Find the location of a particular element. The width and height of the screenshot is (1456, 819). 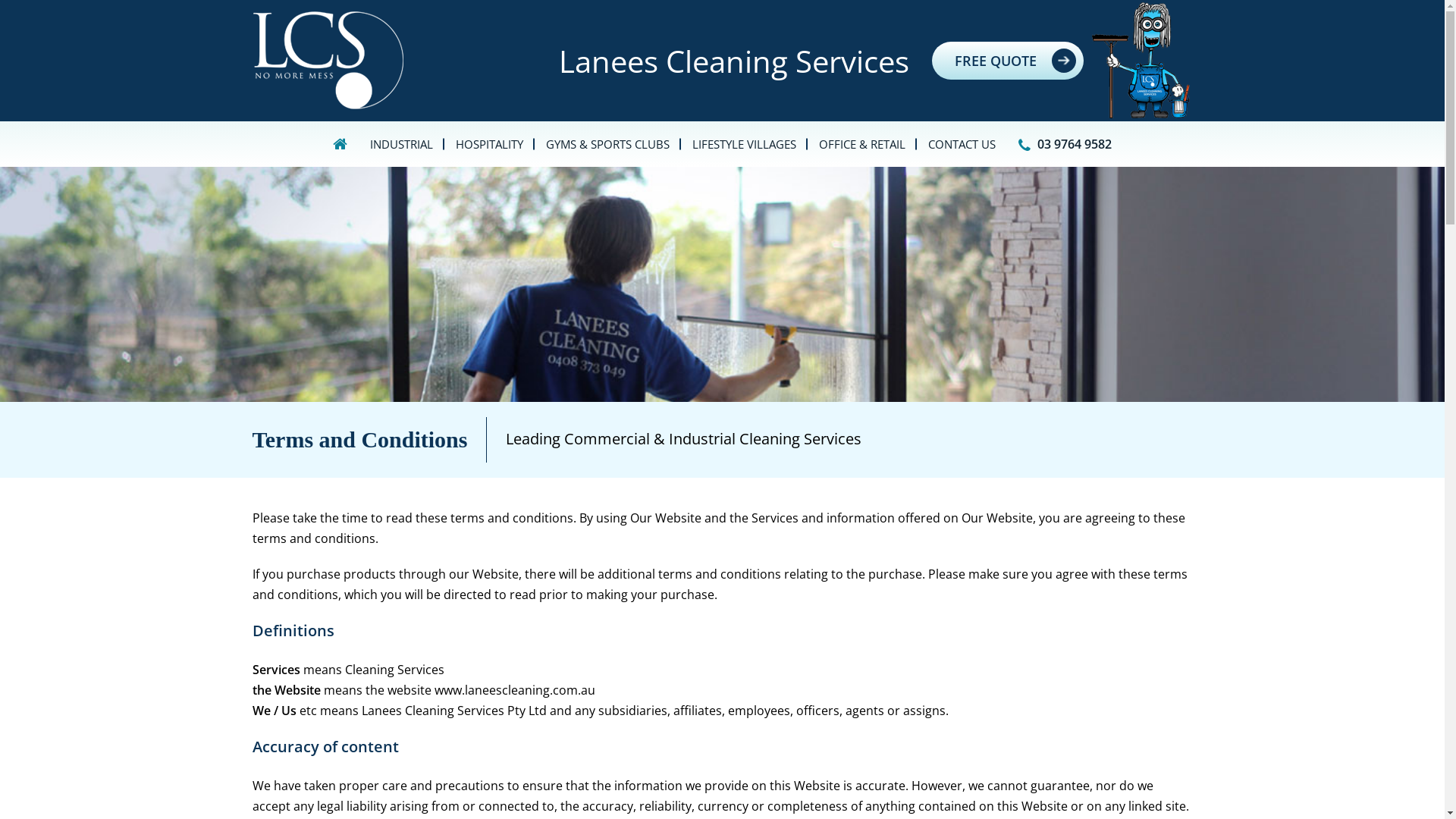

'GYMS & SPORTS CLUBS' is located at coordinates (607, 143).